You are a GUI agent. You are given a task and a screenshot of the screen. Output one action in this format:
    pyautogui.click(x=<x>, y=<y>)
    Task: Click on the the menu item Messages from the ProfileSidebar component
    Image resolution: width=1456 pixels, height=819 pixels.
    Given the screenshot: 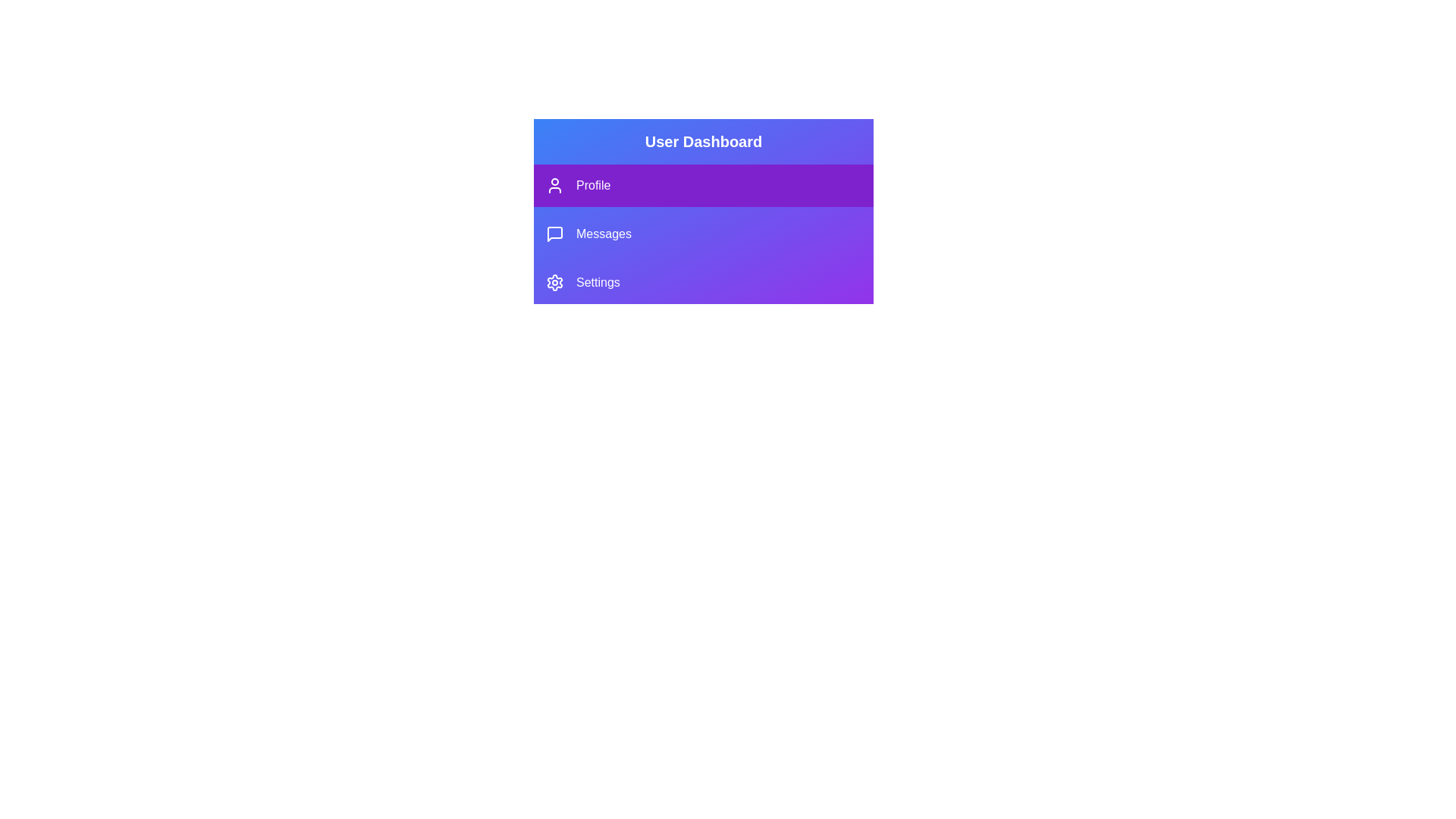 What is the action you would take?
    pyautogui.click(x=702, y=234)
    